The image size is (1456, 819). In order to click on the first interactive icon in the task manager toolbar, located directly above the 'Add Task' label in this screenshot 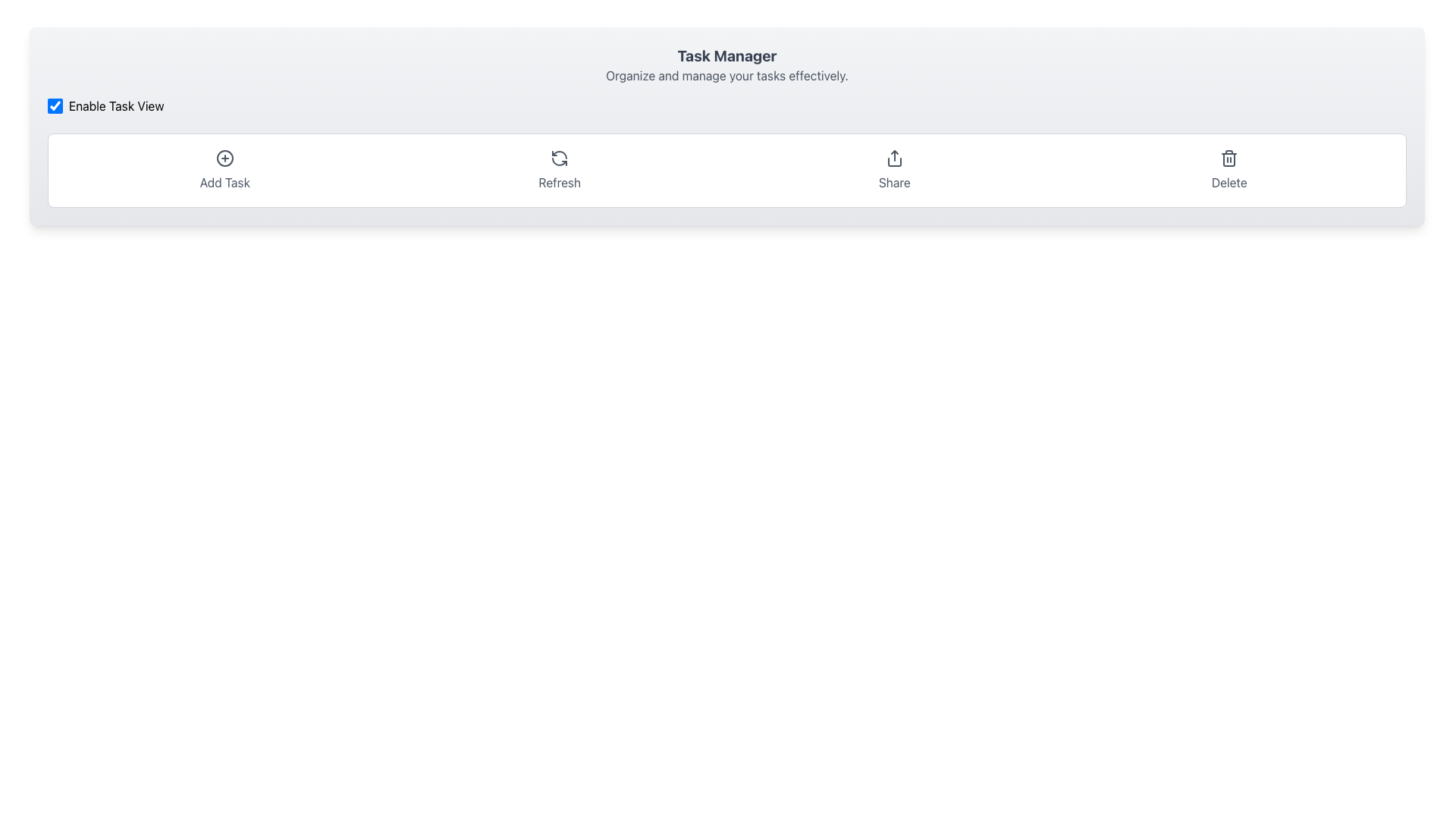, I will do `click(224, 158)`.